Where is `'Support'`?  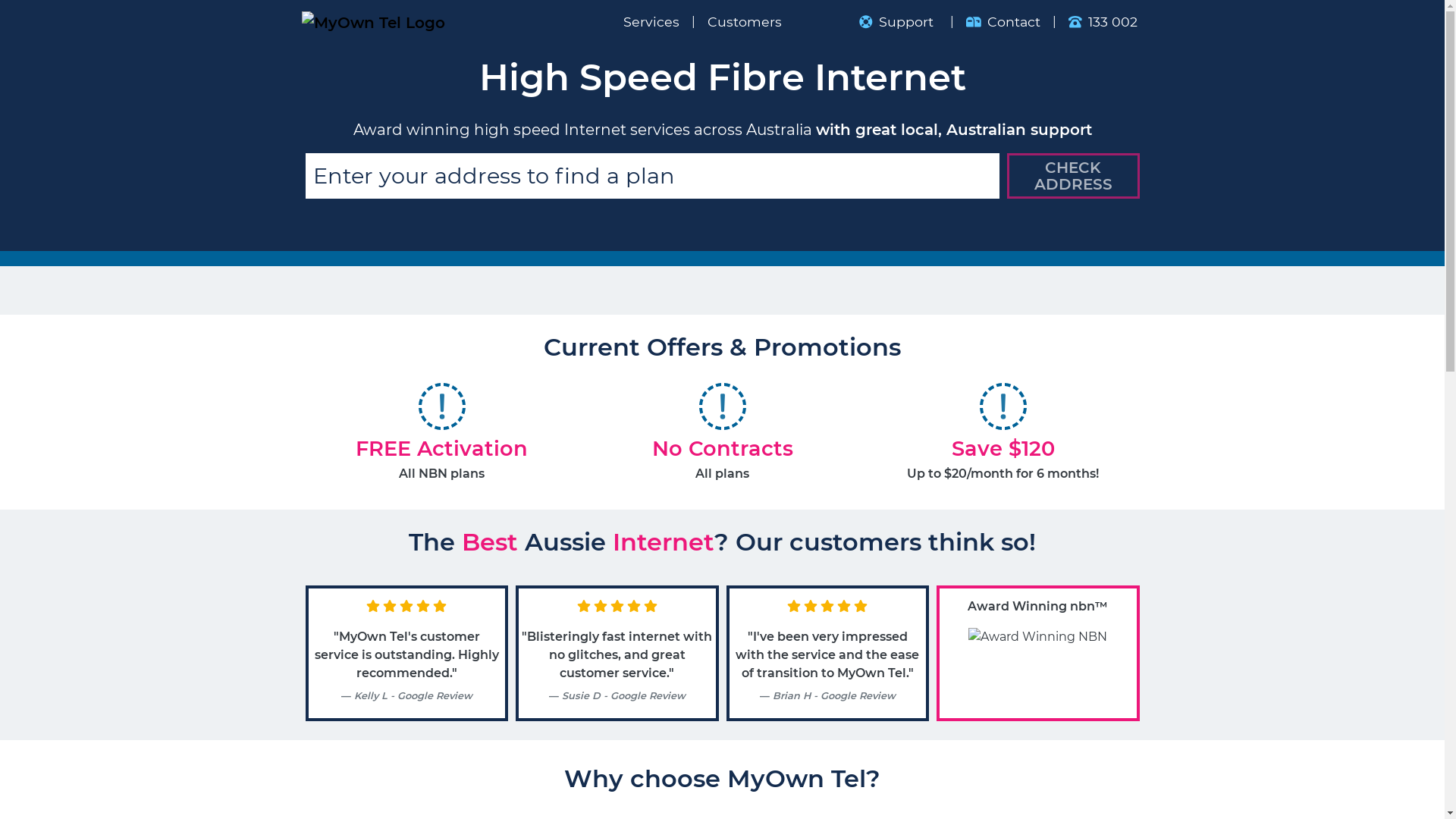 'Support' is located at coordinates (899, 22).